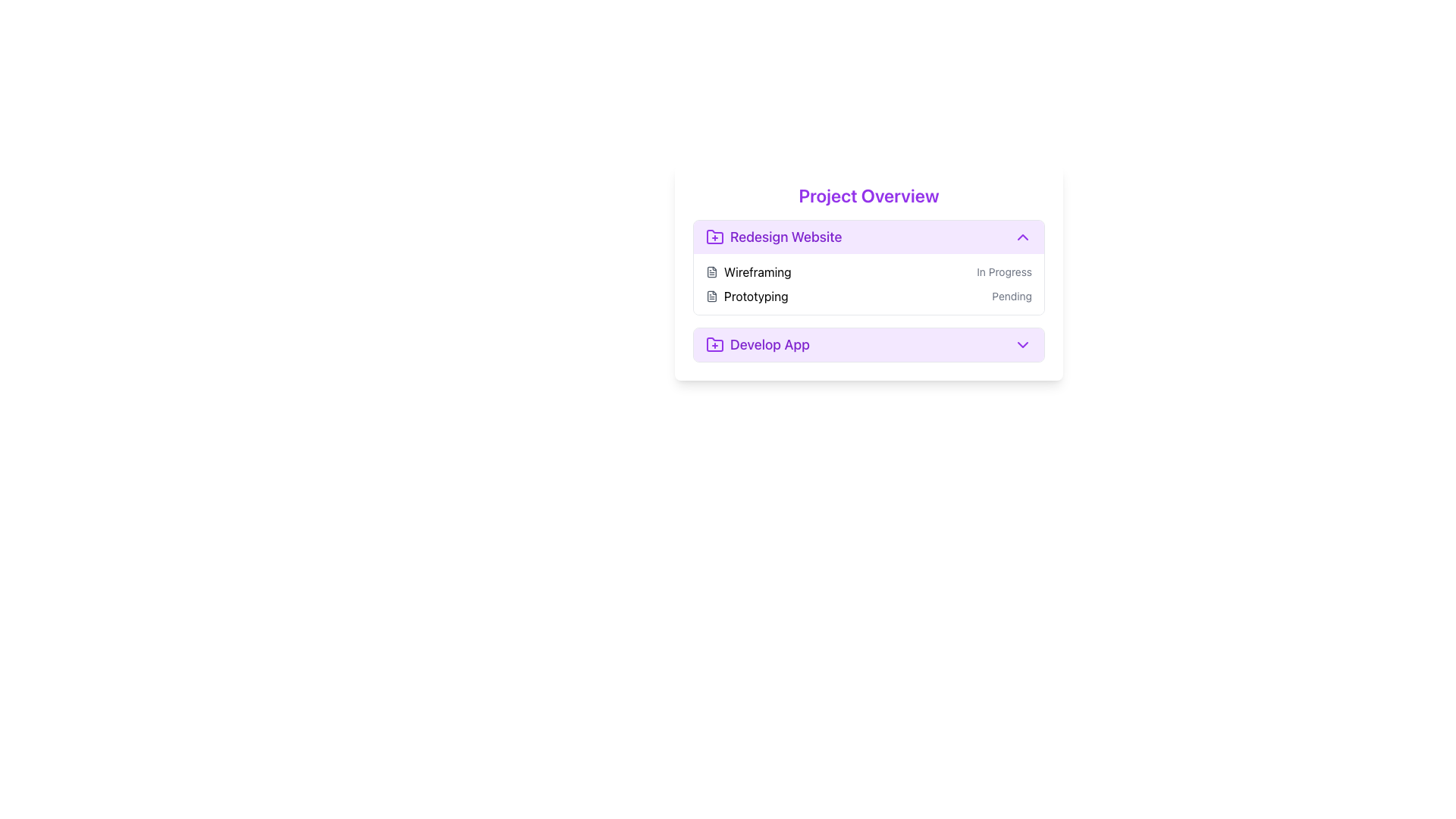  What do you see at coordinates (711, 296) in the screenshot?
I see `the file icon in the task list section titled 'Project Overview', located to the left of the text 'Prototyping'` at bounding box center [711, 296].